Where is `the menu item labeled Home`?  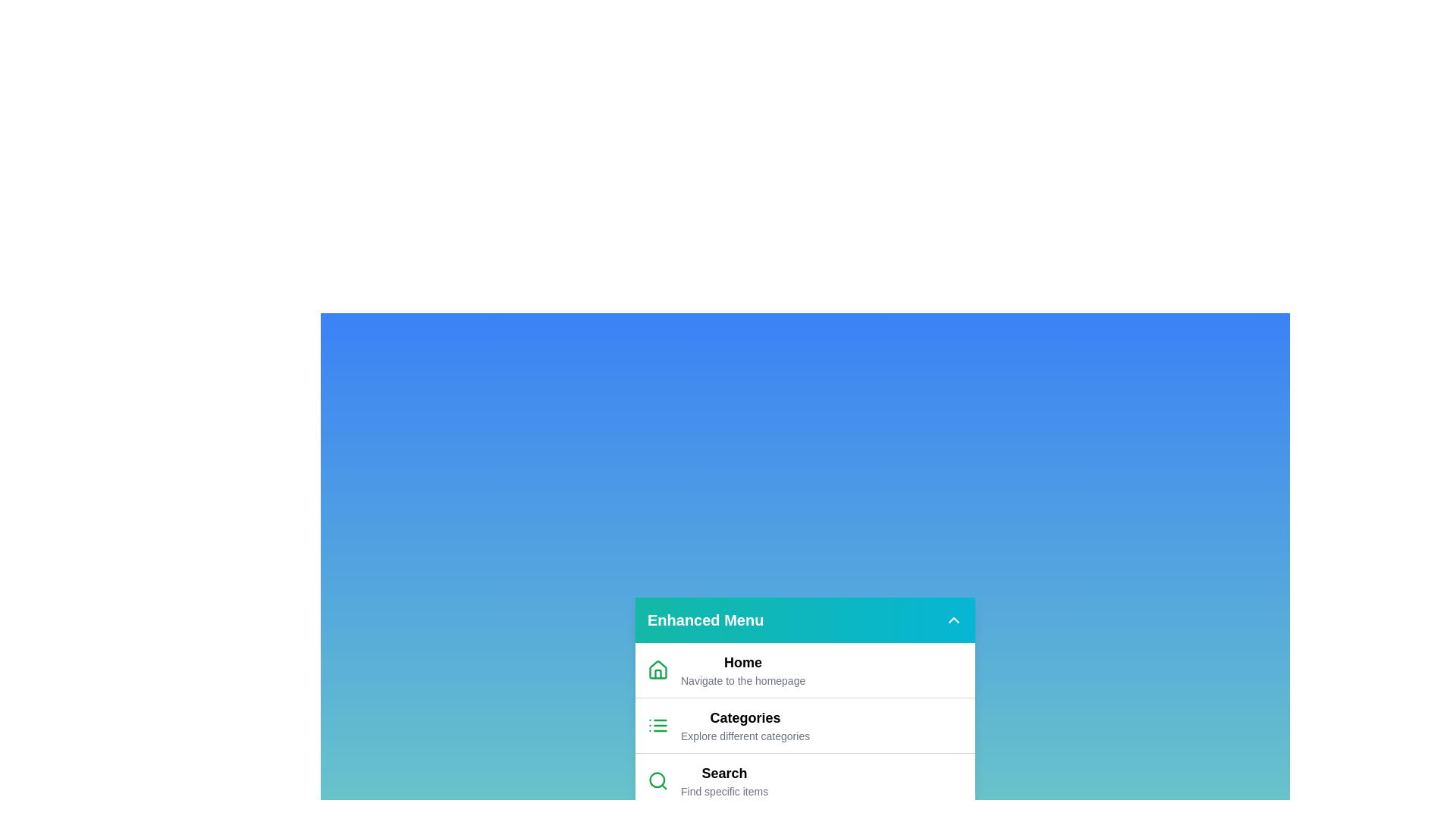
the menu item labeled Home is located at coordinates (720, 669).